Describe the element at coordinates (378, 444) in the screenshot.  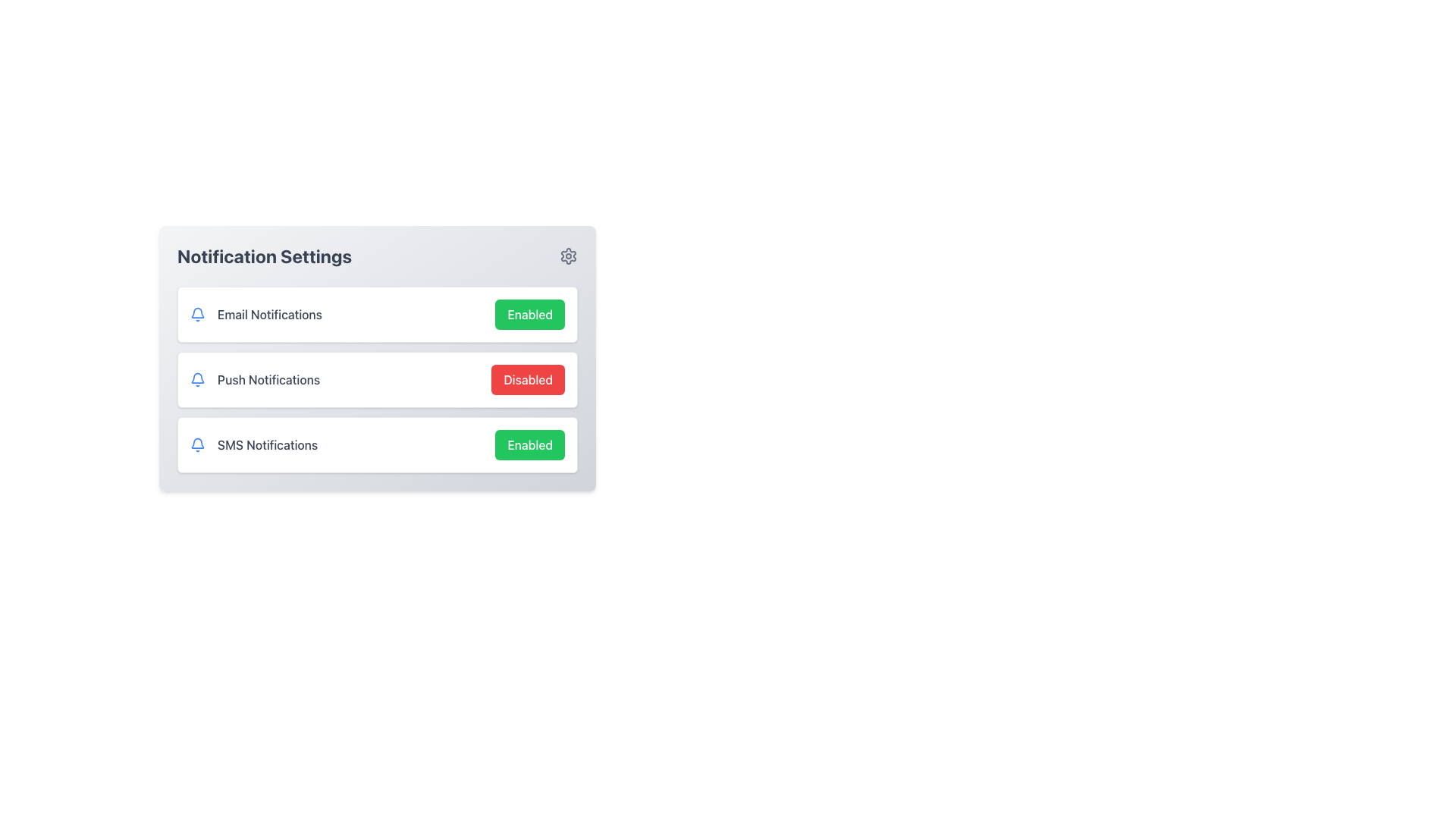
I see `notification type 'SMS Notifications' from the third card in the vertical list under 'Notification Settings', which contains a green button labeled 'Enabled'` at that location.